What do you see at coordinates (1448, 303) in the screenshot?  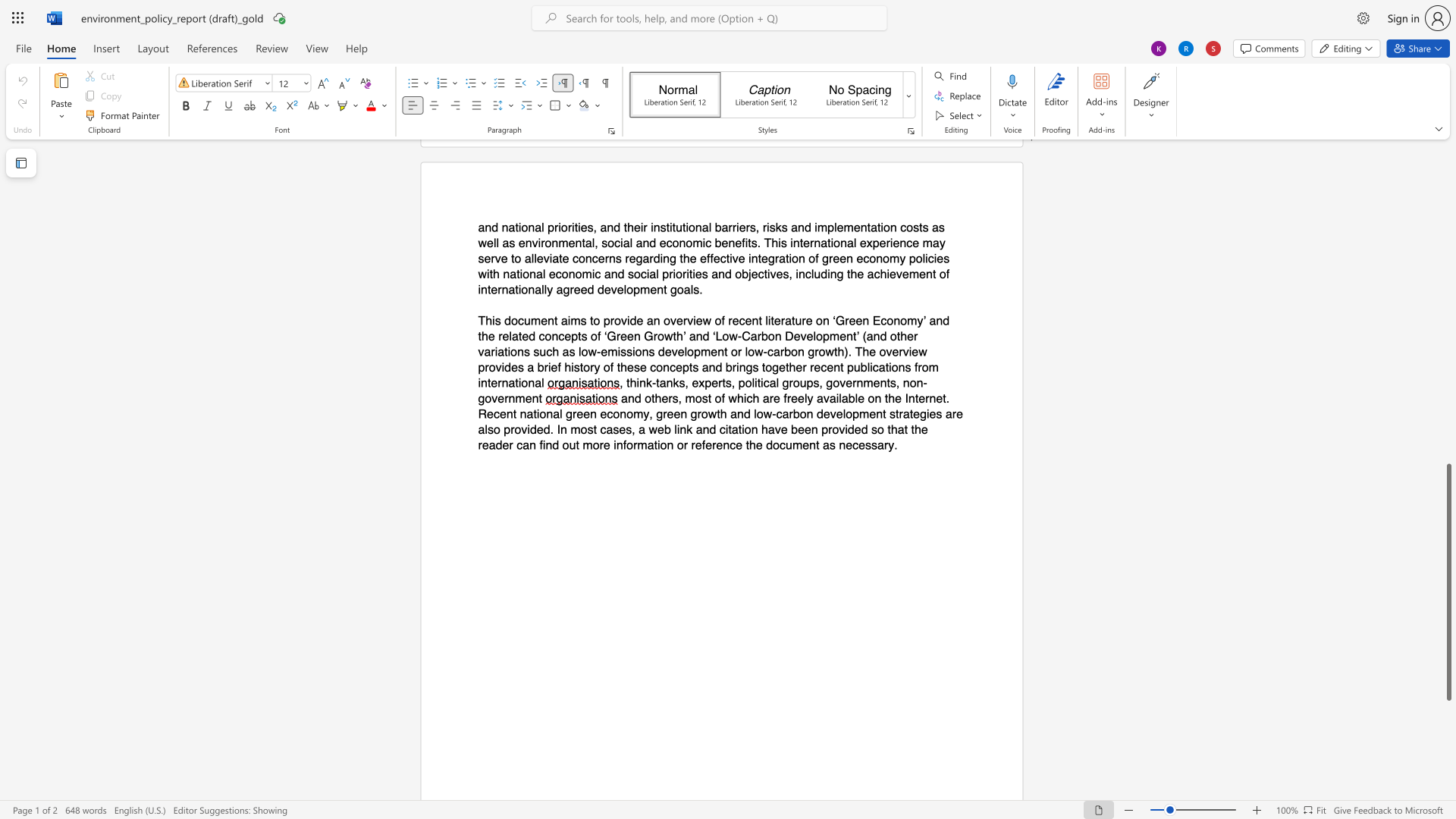 I see `the scrollbar to scroll upward` at bounding box center [1448, 303].